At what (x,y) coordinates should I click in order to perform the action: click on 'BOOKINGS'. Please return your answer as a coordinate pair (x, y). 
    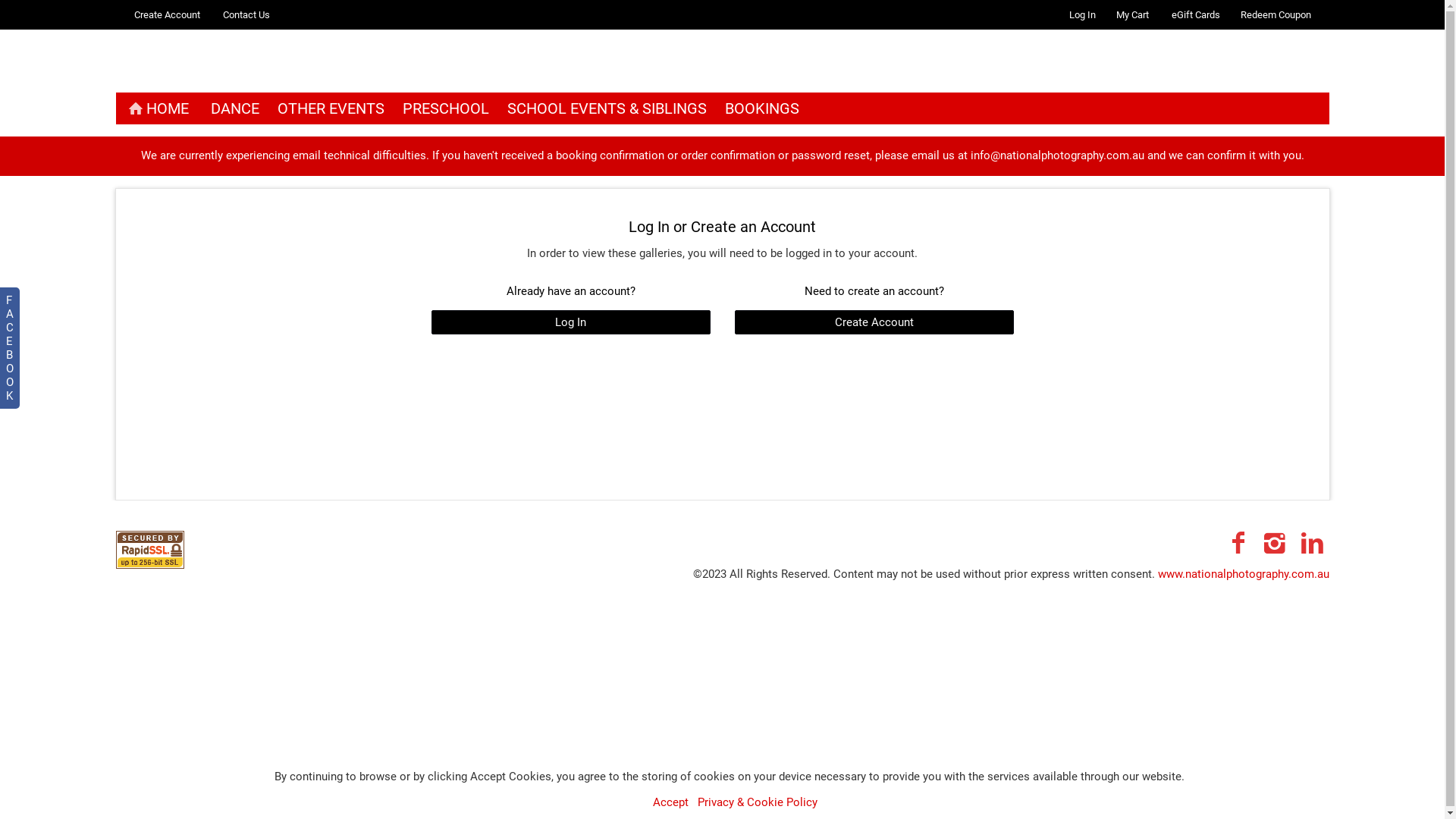
    Looking at the image, I should click on (761, 107).